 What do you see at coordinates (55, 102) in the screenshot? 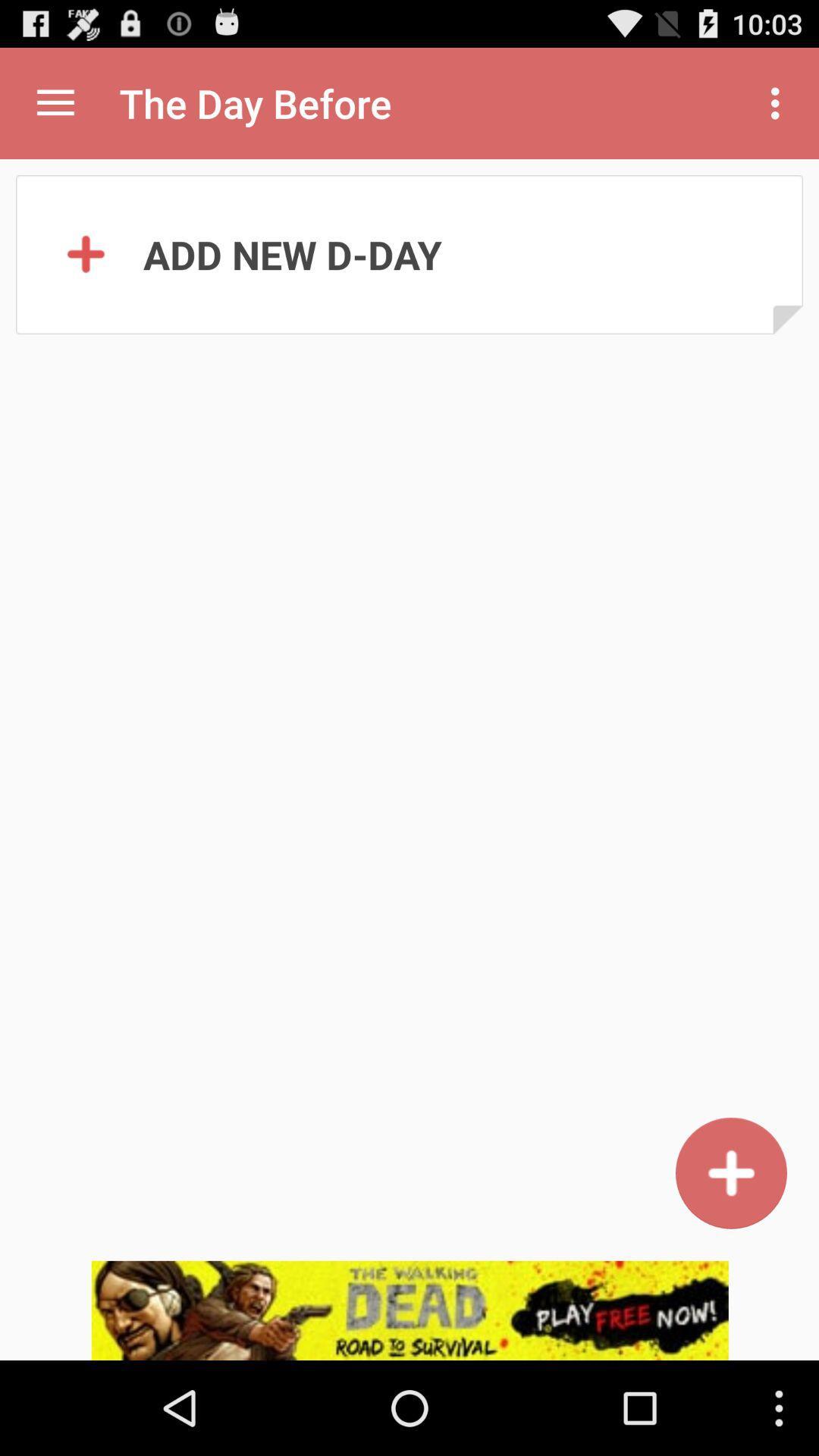
I see `menu options` at bounding box center [55, 102].